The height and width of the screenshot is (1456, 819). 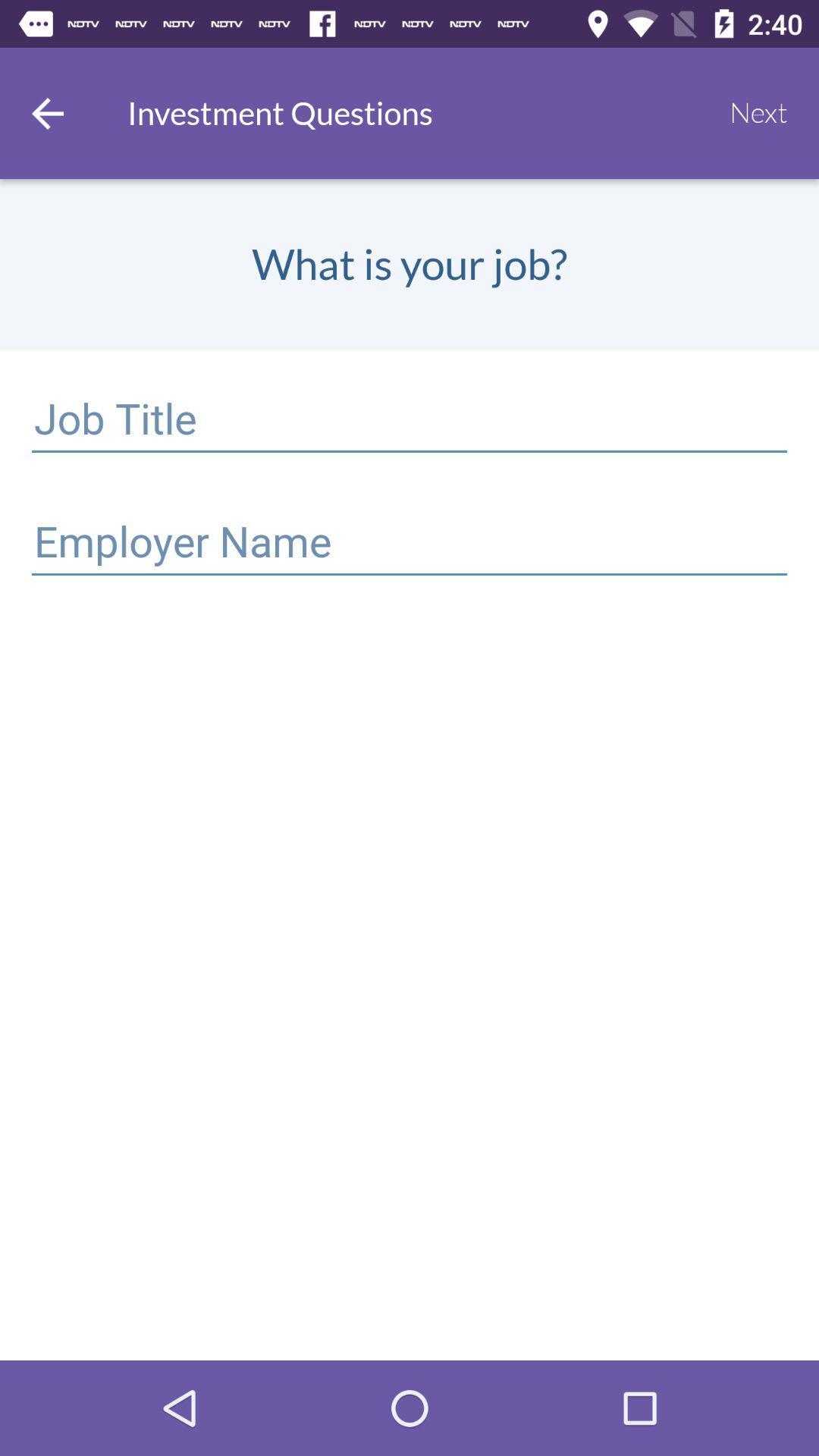 I want to click on job title, so click(x=409, y=422).